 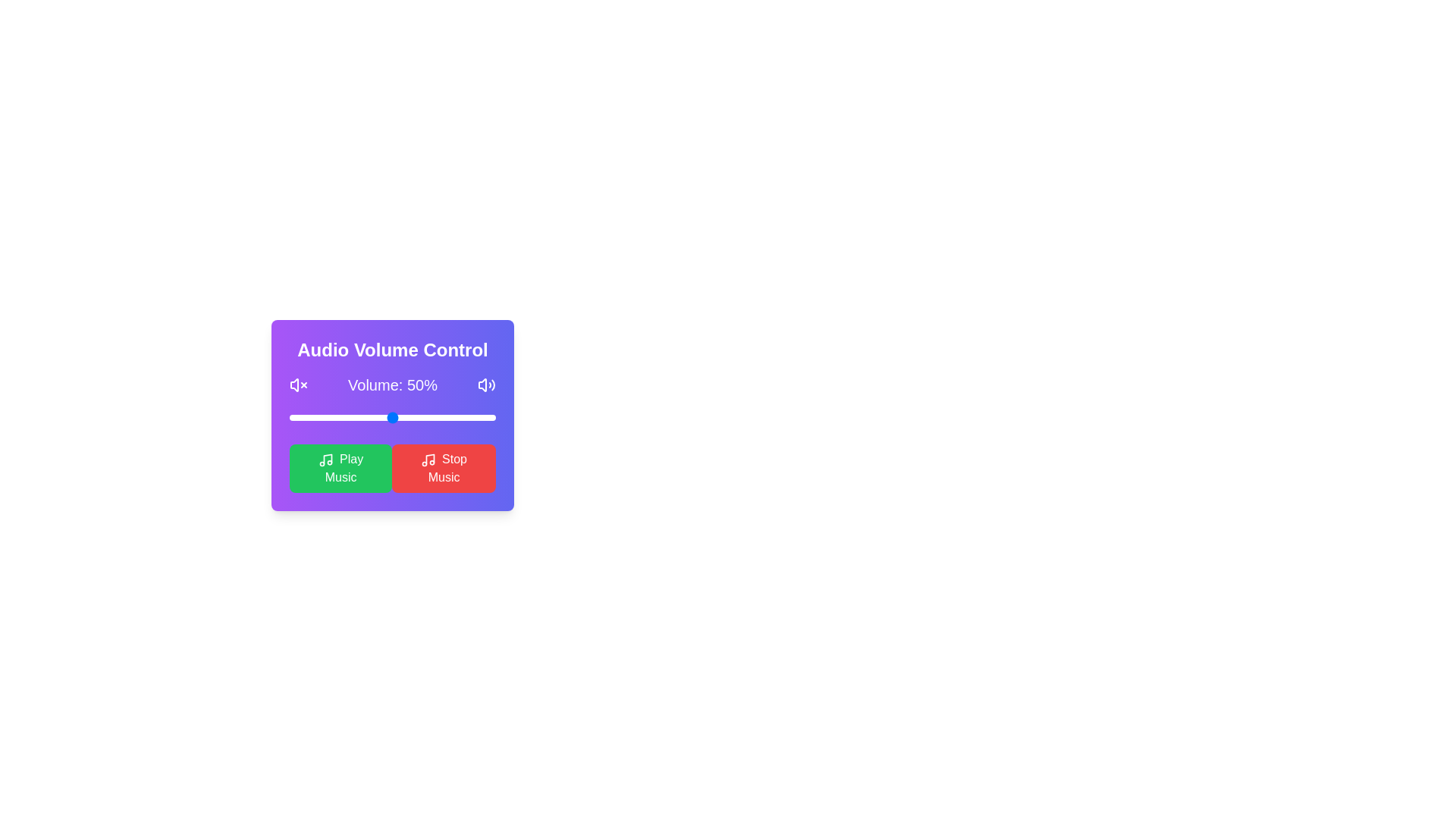 I want to click on the mute/unmute icon button, which is a speaker icon with a 'mute' cross mark over it, located to the left of the 'Volume: 50%' label, so click(x=298, y=384).